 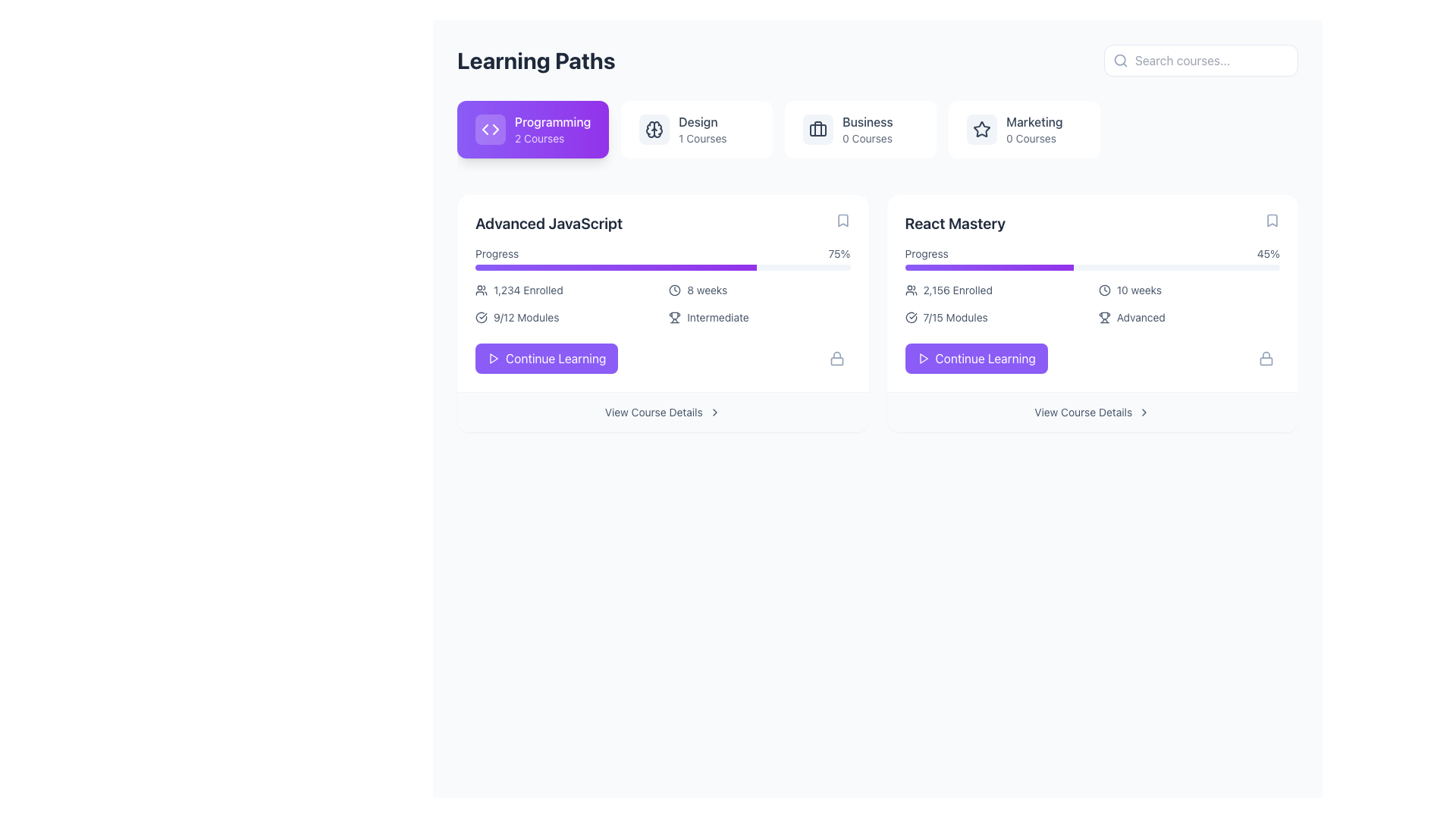 What do you see at coordinates (491, 128) in the screenshot?
I see `the appearance of the coding icon located in the 'Programming' button within the 'Learning Paths' section at the top-left of the interface` at bounding box center [491, 128].